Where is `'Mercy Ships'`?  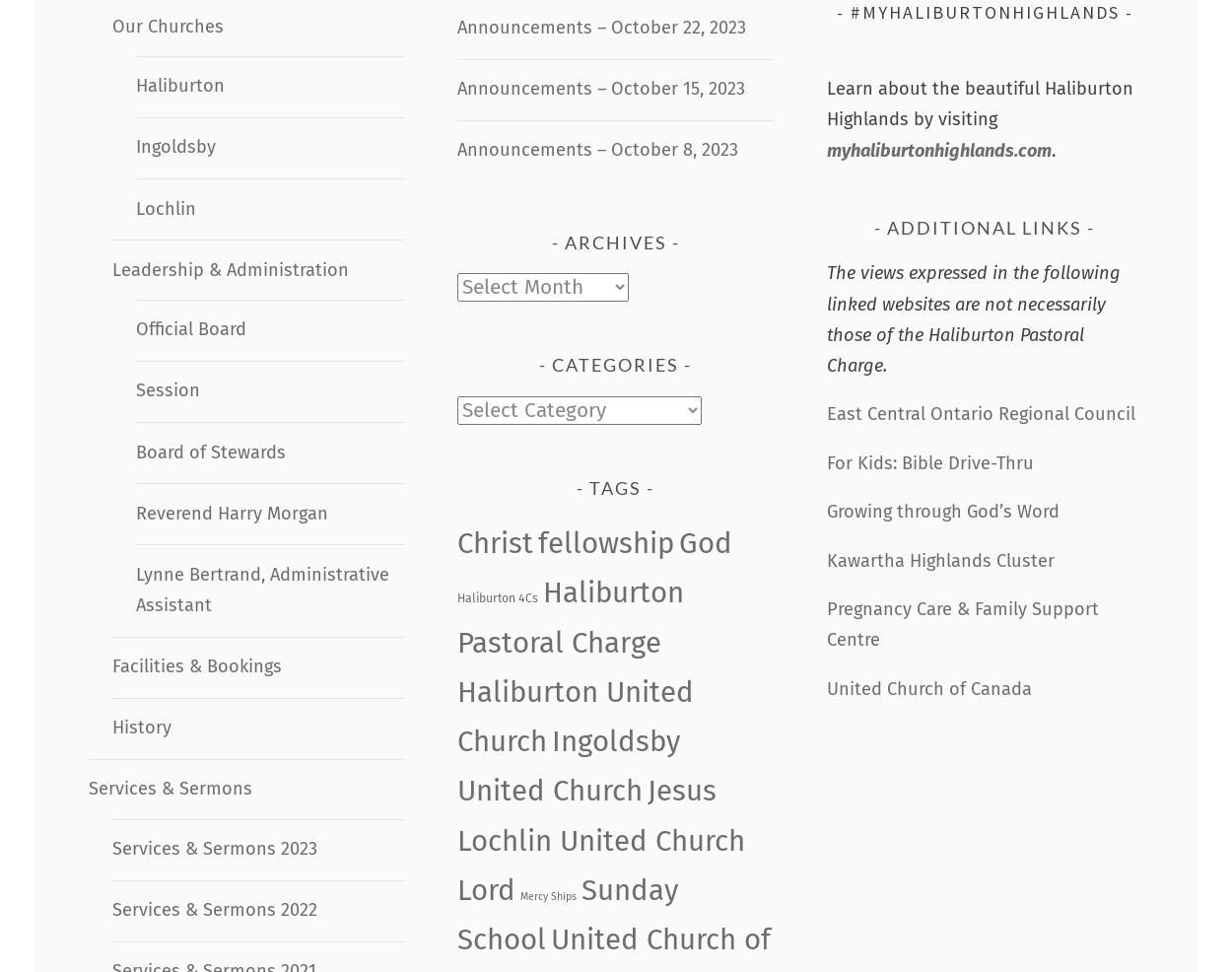 'Mercy Ships' is located at coordinates (520, 895).